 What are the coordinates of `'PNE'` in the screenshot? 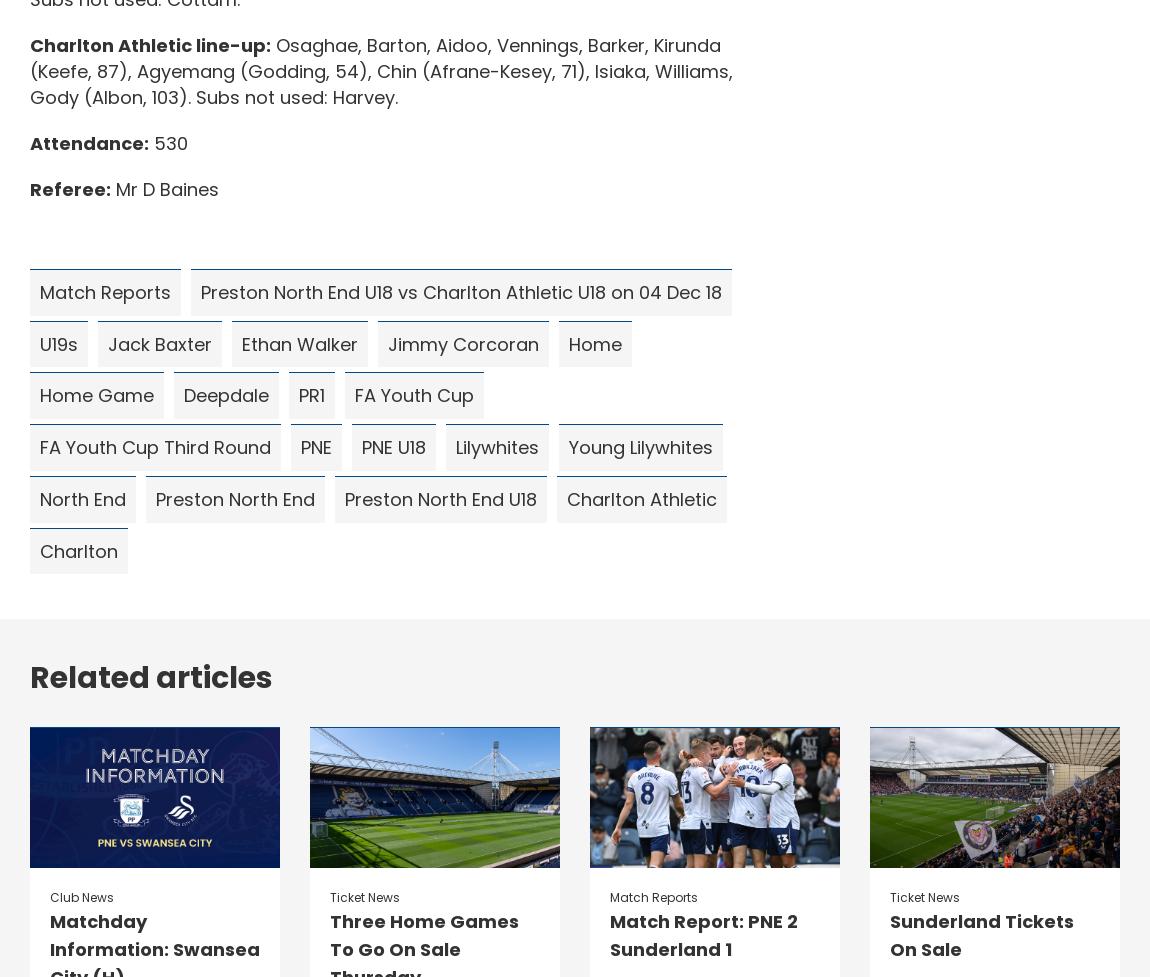 It's located at (316, 447).